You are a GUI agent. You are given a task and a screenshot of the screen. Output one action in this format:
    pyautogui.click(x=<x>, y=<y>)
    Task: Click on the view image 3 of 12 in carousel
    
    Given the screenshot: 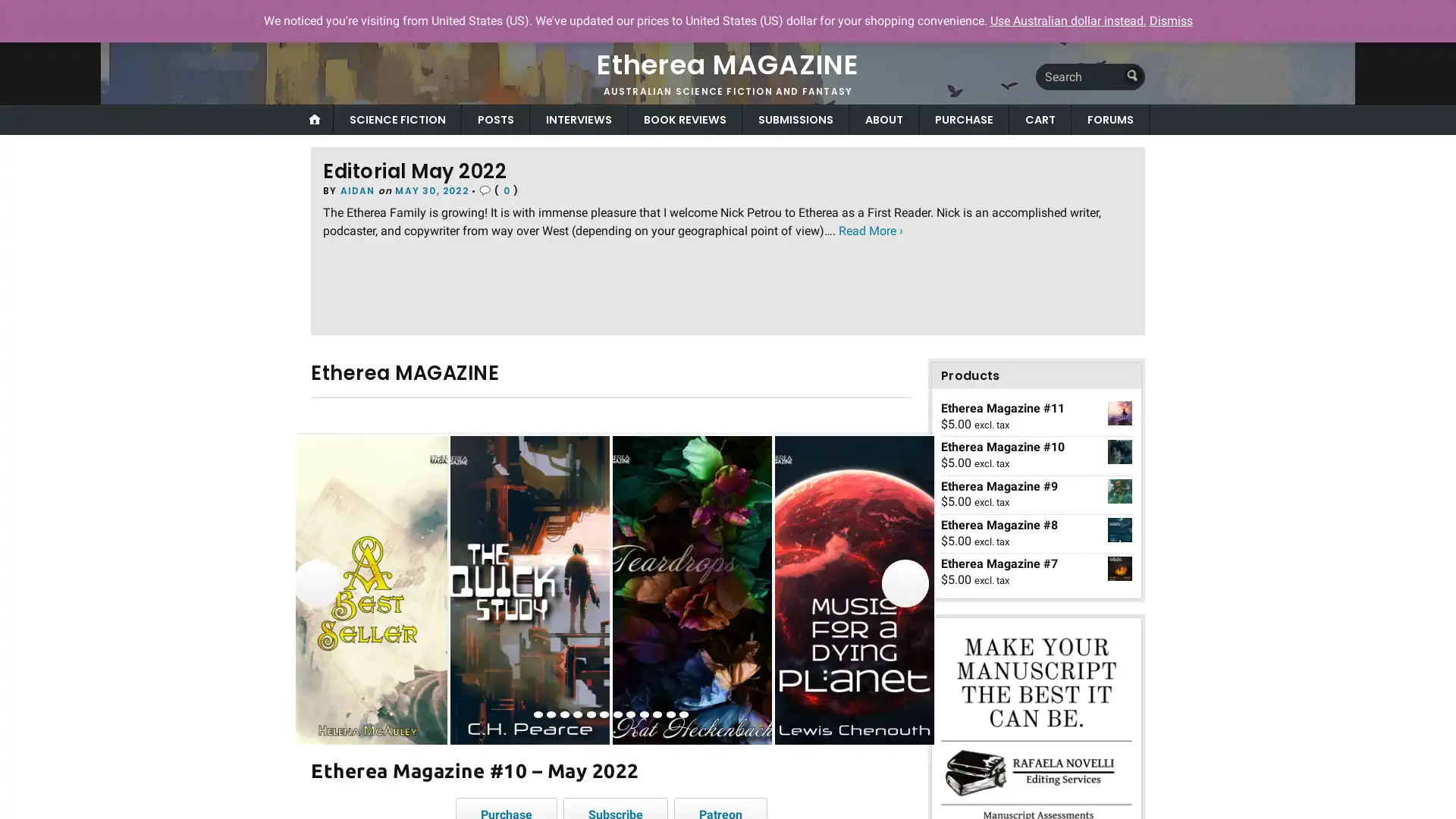 What is the action you would take?
    pyautogui.click(x=563, y=714)
    